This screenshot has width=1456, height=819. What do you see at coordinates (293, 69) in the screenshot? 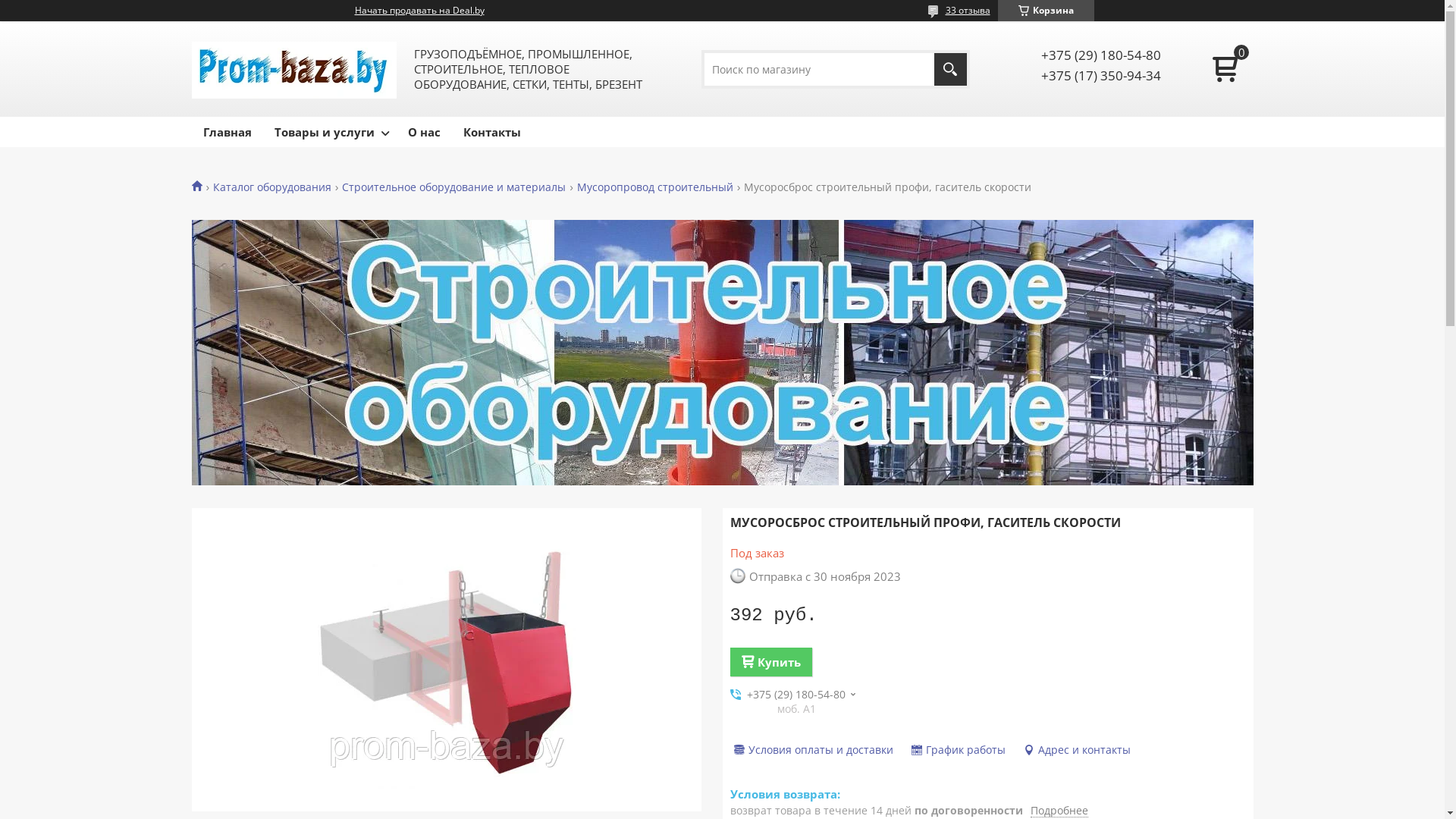
I see `'PROM-BAZA.by'` at bounding box center [293, 69].